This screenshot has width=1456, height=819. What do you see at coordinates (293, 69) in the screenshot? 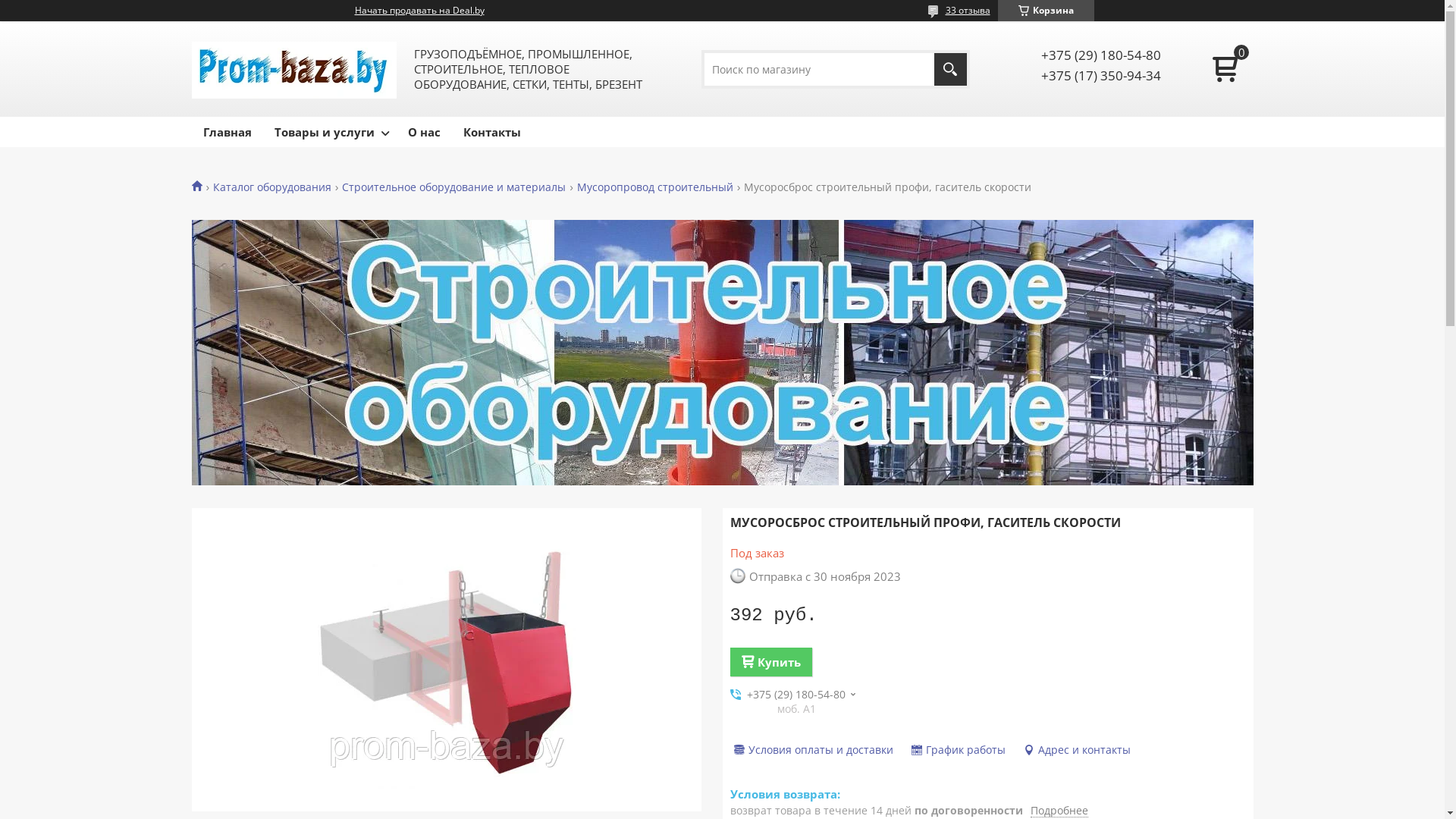
I see `'PROM-BAZA.by'` at bounding box center [293, 69].